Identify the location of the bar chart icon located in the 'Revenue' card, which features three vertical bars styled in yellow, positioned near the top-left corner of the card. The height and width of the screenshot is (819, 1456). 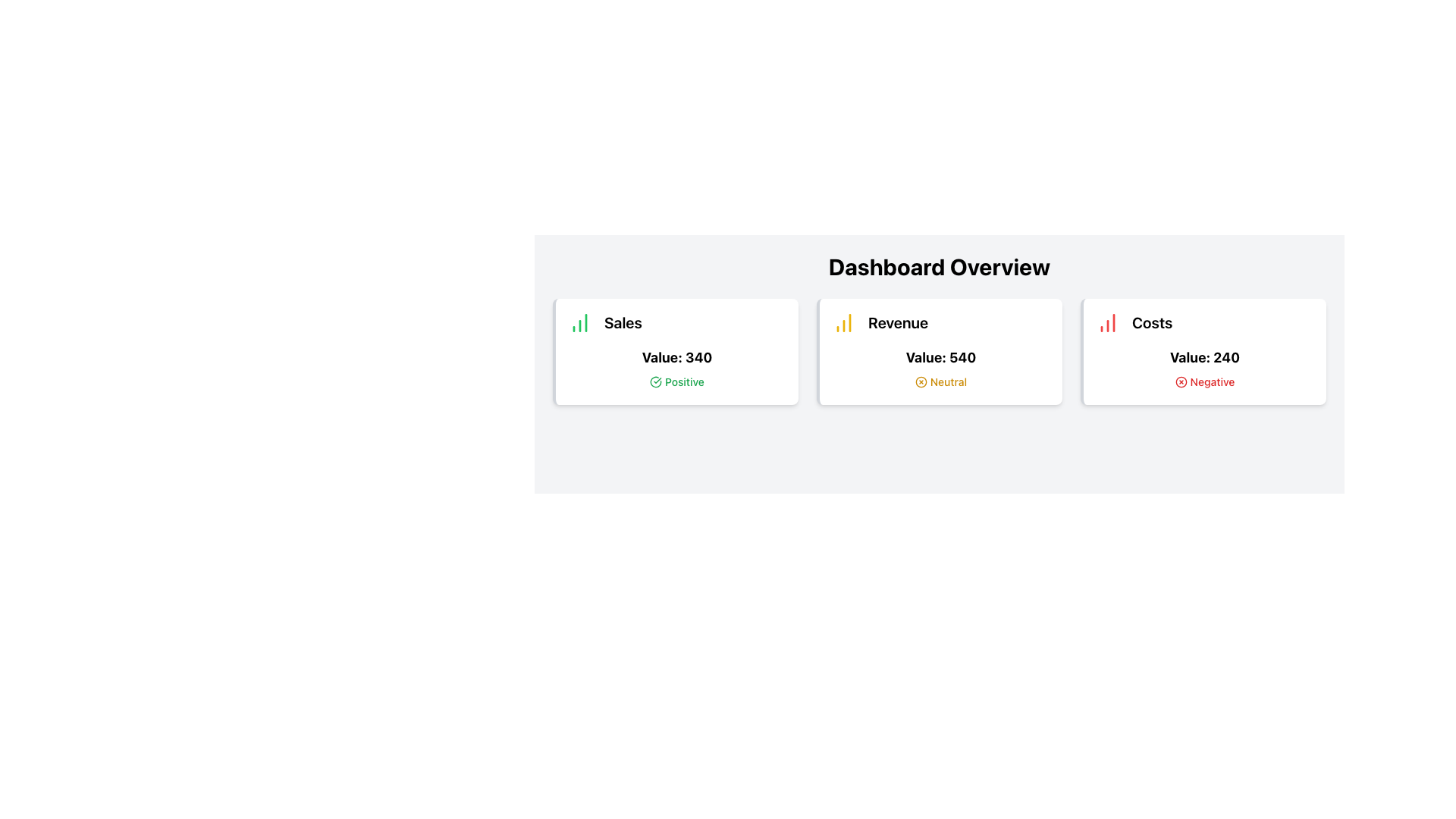
(843, 322).